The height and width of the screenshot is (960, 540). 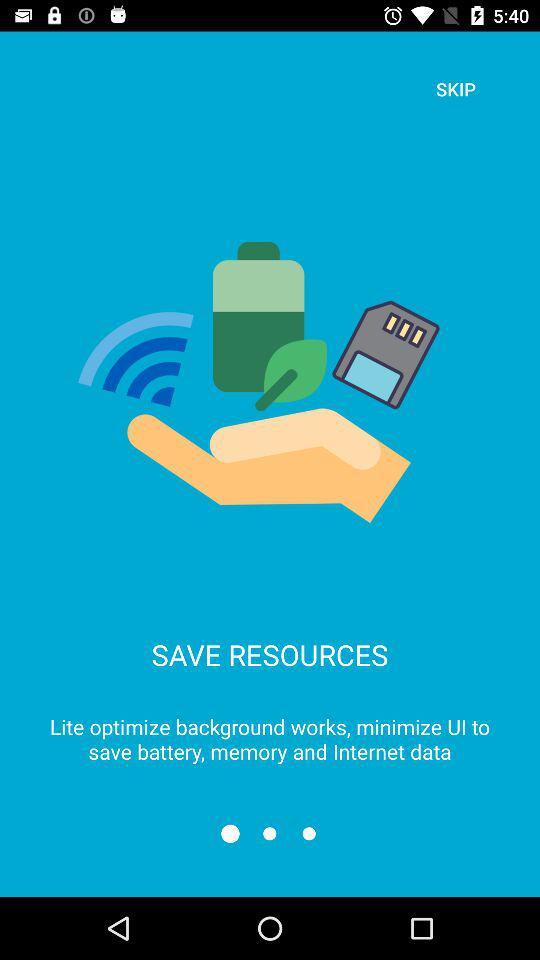 What do you see at coordinates (455, 89) in the screenshot?
I see `skip icon` at bounding box center [455, 89].